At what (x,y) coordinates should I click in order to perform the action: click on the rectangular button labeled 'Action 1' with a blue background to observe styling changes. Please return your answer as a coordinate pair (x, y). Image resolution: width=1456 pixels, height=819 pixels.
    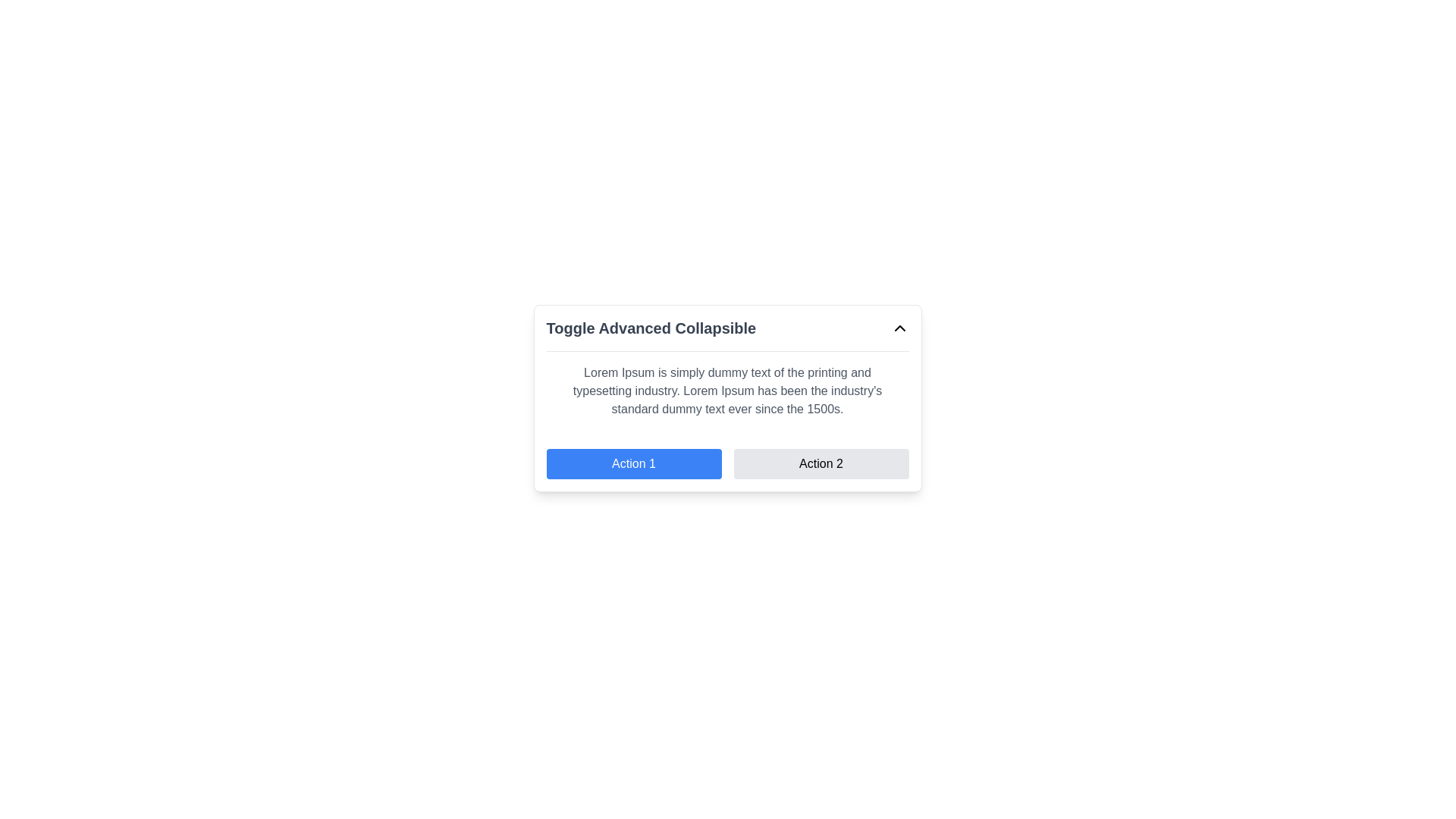
    Looking at the image, I should click on (633, 463).